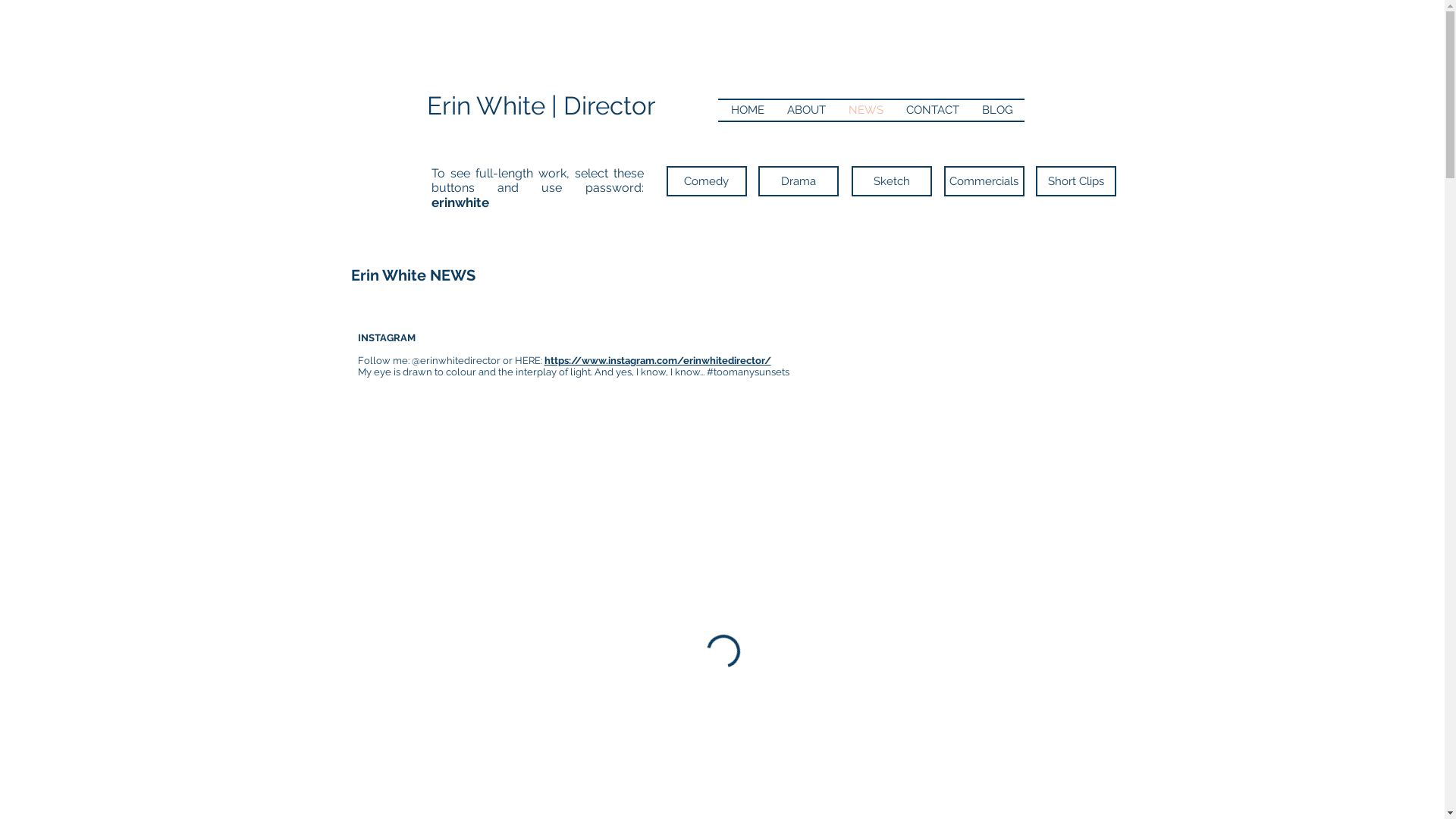 The width and height of the screenshot is (1456, 819). Describe the element at coordinates (1075, 180) in the screenshot. I see `'Short Clips'` at that location.